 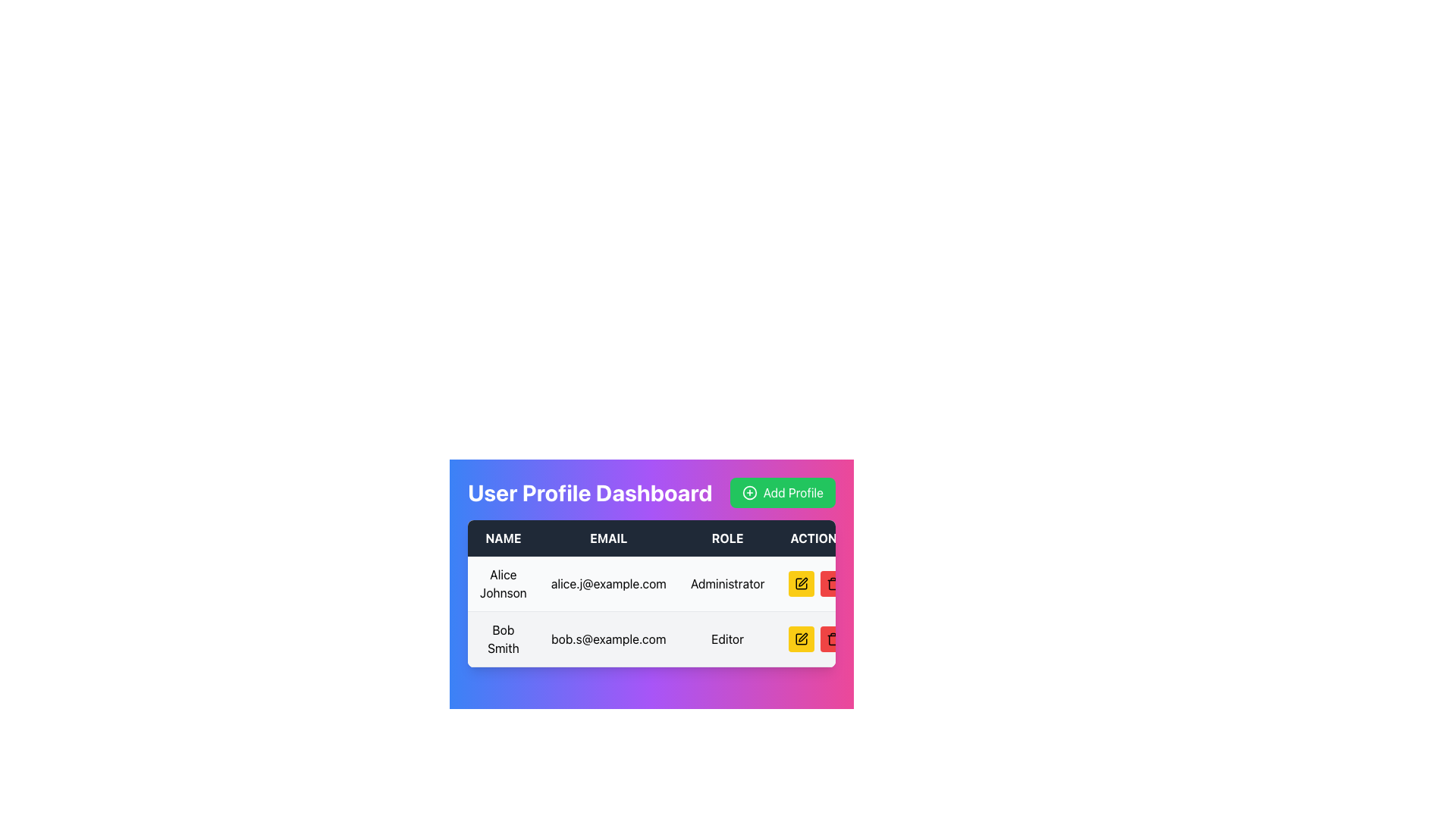 What do you see at coordinates (749, 493) in the screenshot?
I see `the green circular icon with a '+' symbol inside the 'Add Profile' button located at the top right of the user interface` at bounding box center [749, 493].